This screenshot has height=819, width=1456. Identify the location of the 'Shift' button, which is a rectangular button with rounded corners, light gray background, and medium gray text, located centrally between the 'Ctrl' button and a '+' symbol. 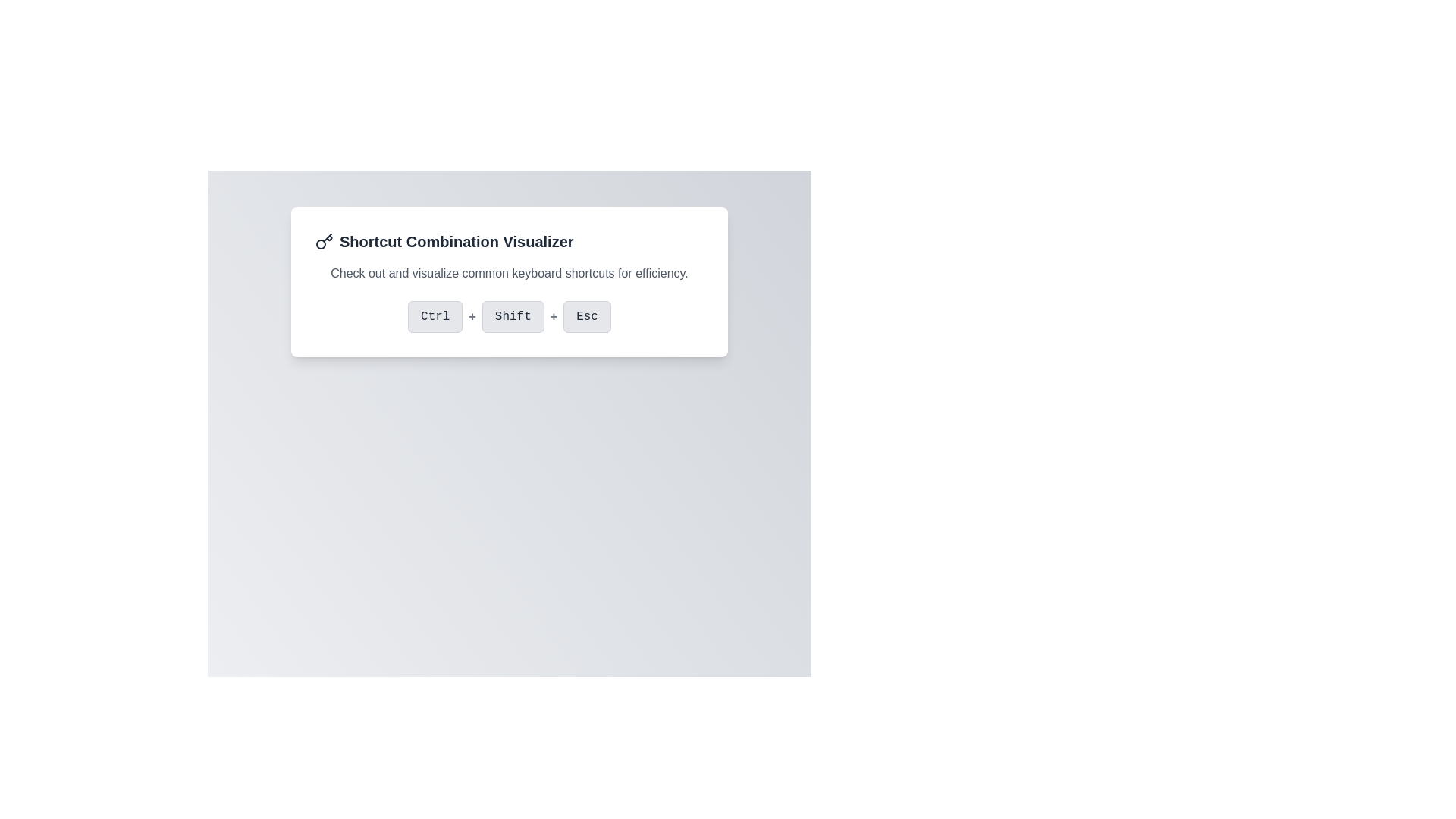
(513, 315).